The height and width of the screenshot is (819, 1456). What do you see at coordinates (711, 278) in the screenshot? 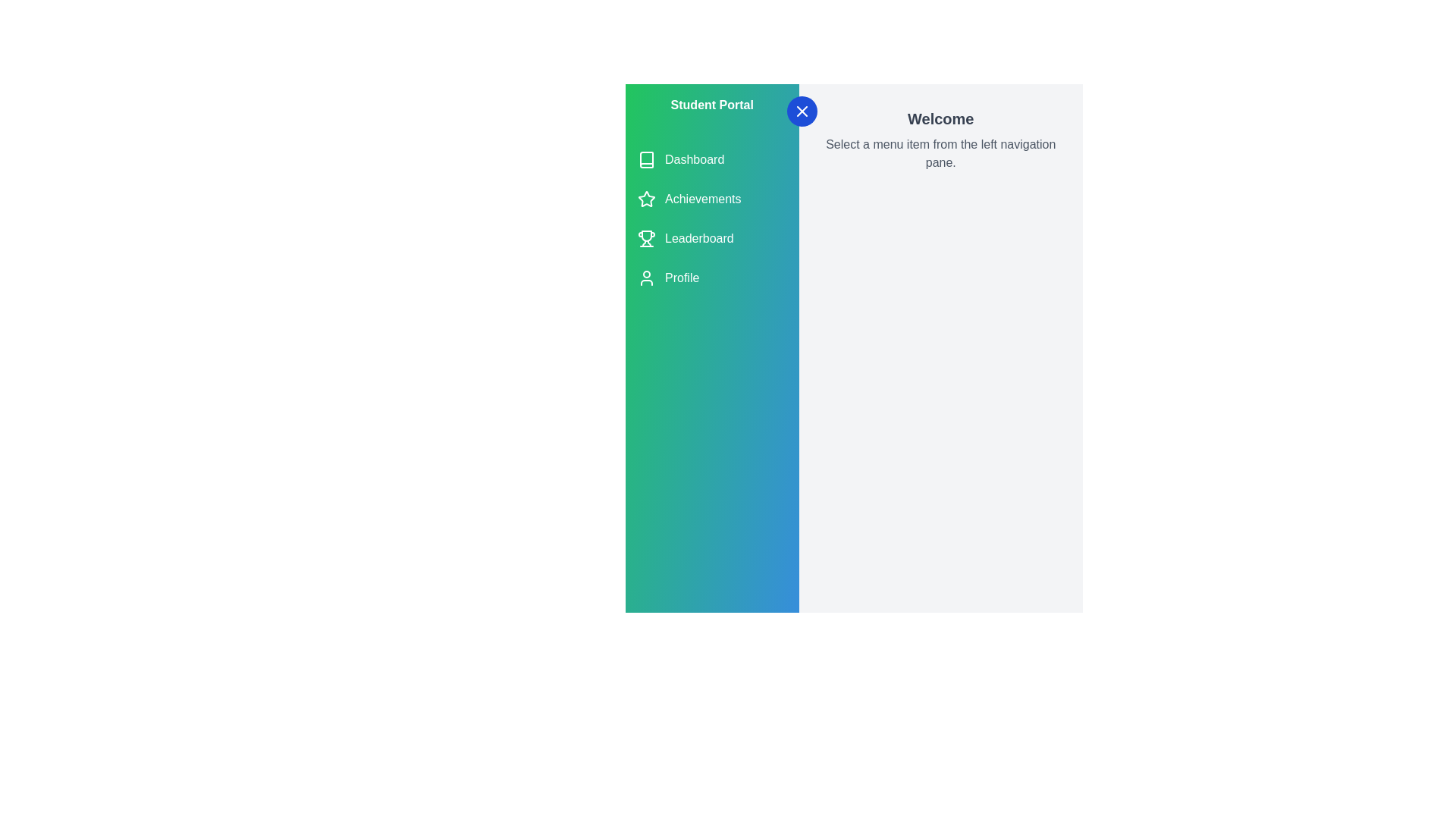
I see `the menu item Profile to observe visual feedback` at bounding box center [711, 278].